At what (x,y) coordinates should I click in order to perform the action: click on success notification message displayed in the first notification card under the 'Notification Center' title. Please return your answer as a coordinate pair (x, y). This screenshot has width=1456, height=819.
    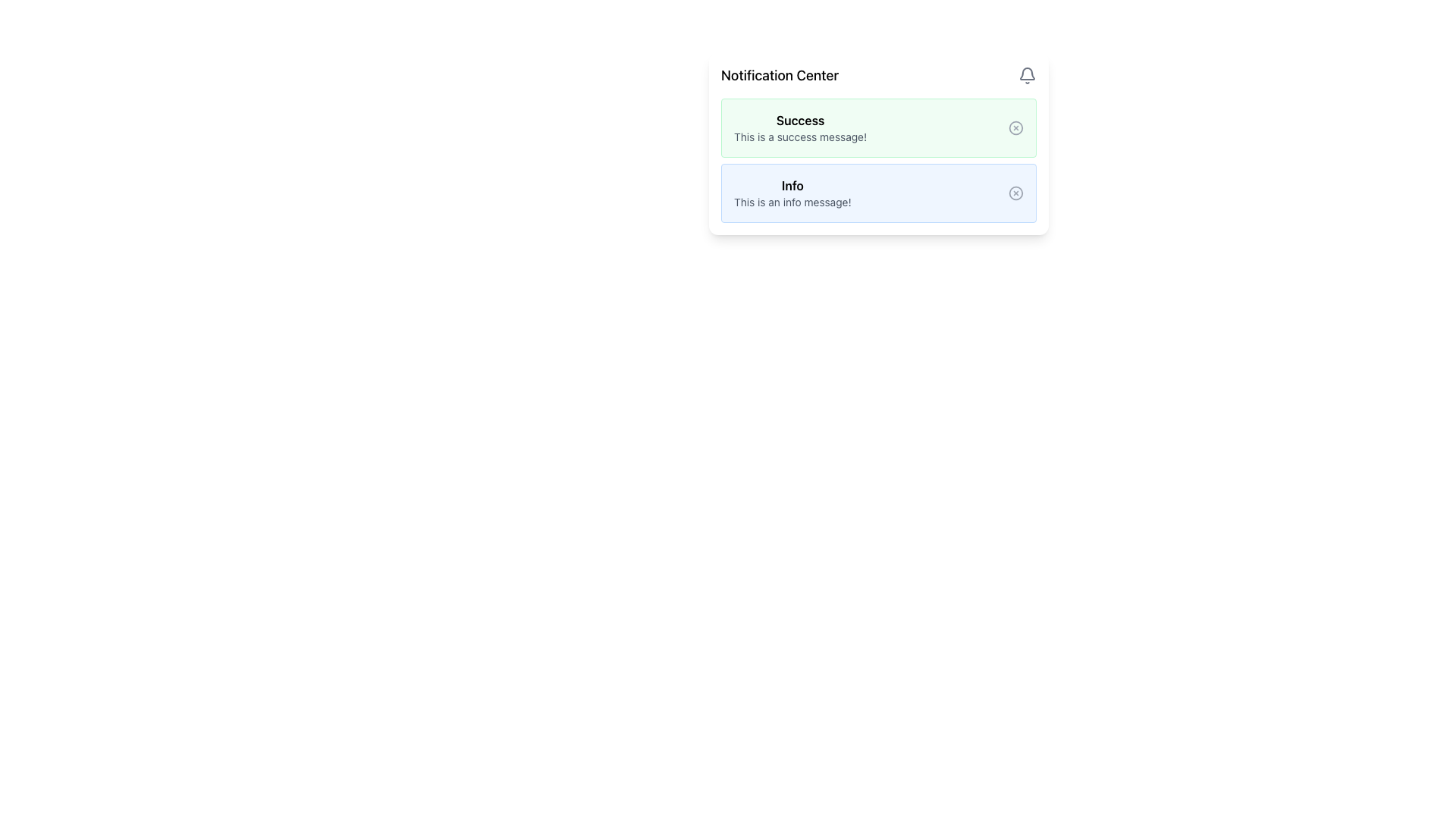
    Looking at the image, I should click on (878, 143).